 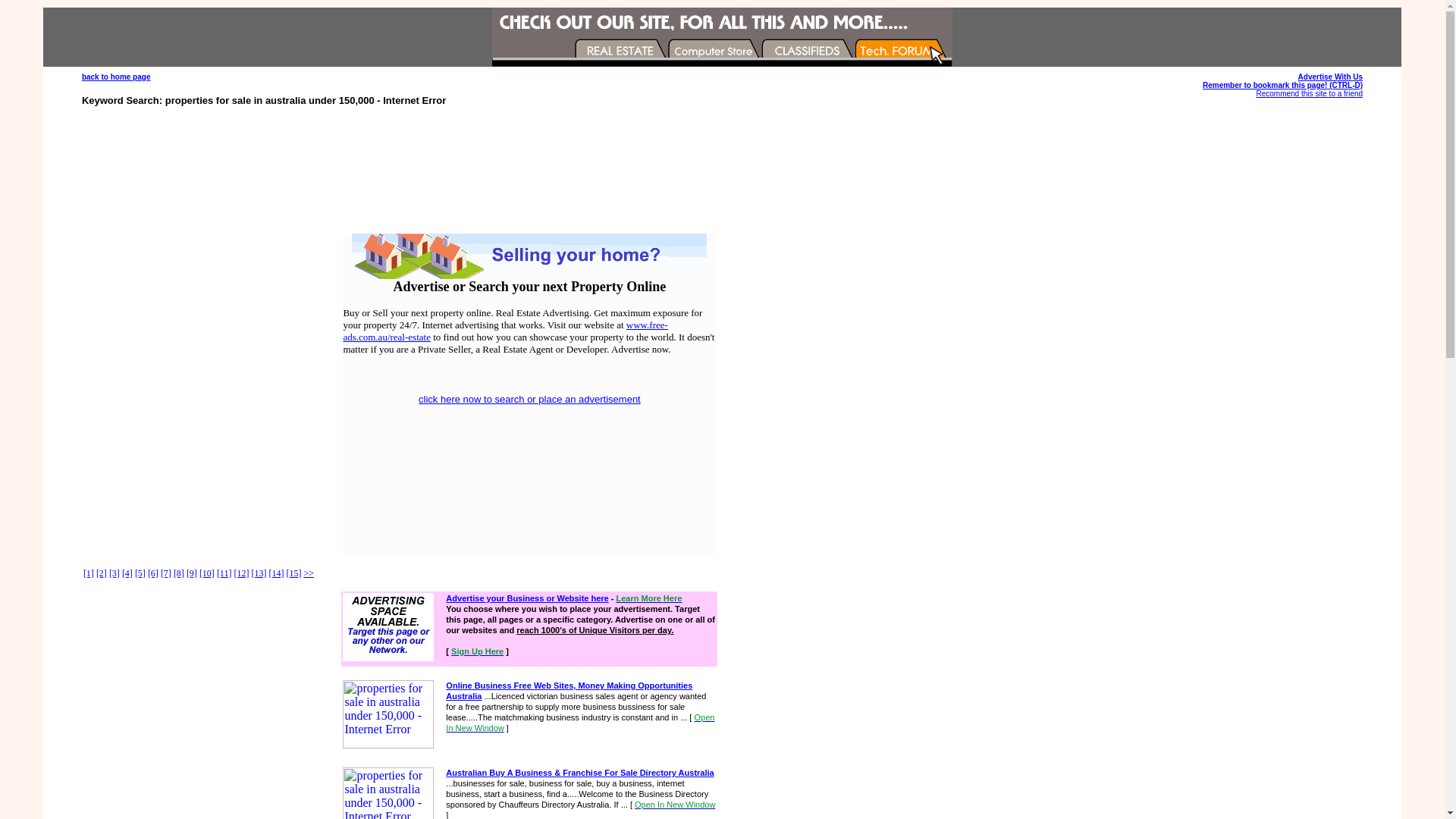 I want to click on '[13]', so click(x=251, y=573).